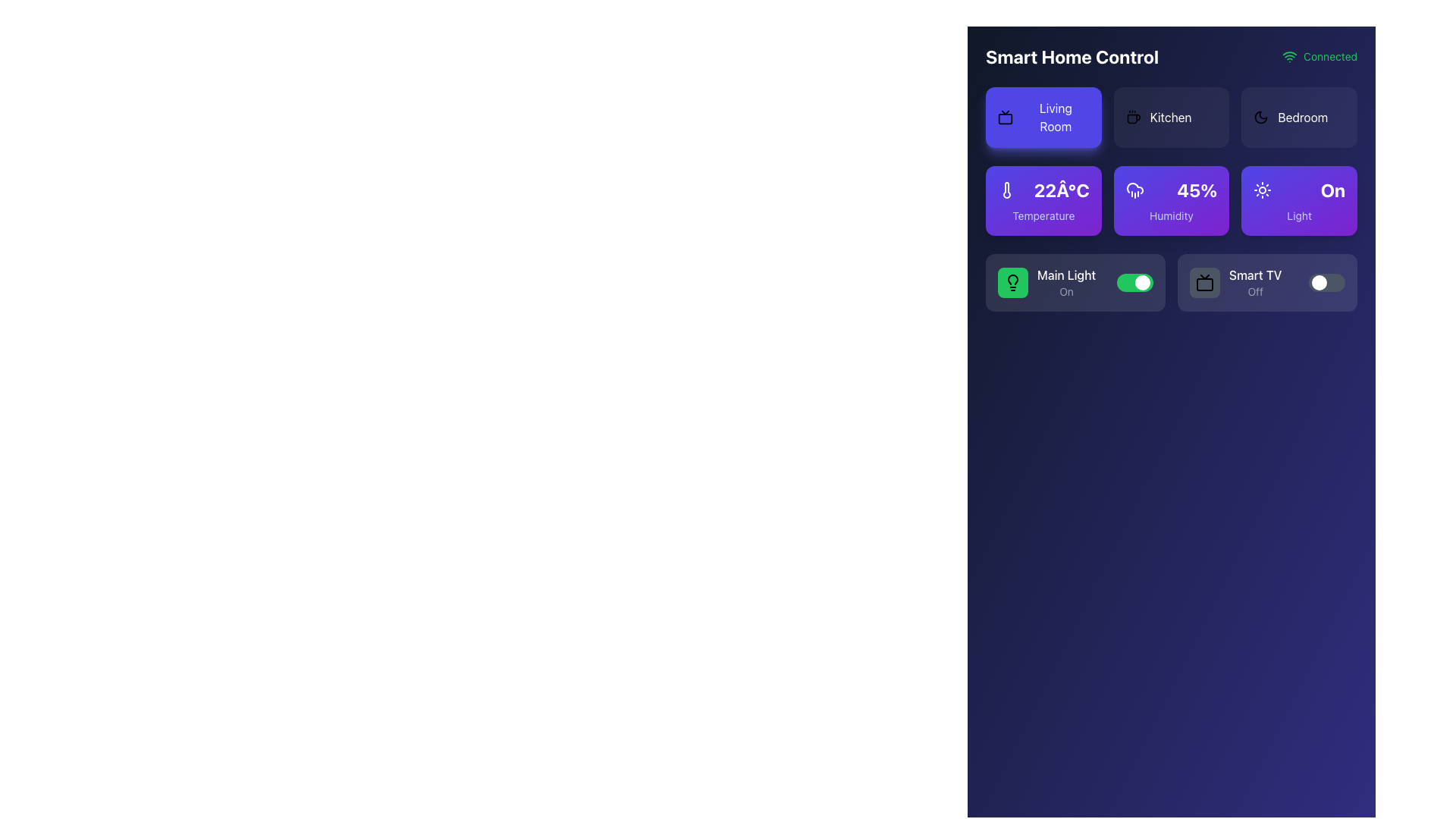 The image size is (1456, 819). Describe the element at coordinates (1005, 118) in the screenshot. I see `the lower rectangular component of the television icon` at that location.